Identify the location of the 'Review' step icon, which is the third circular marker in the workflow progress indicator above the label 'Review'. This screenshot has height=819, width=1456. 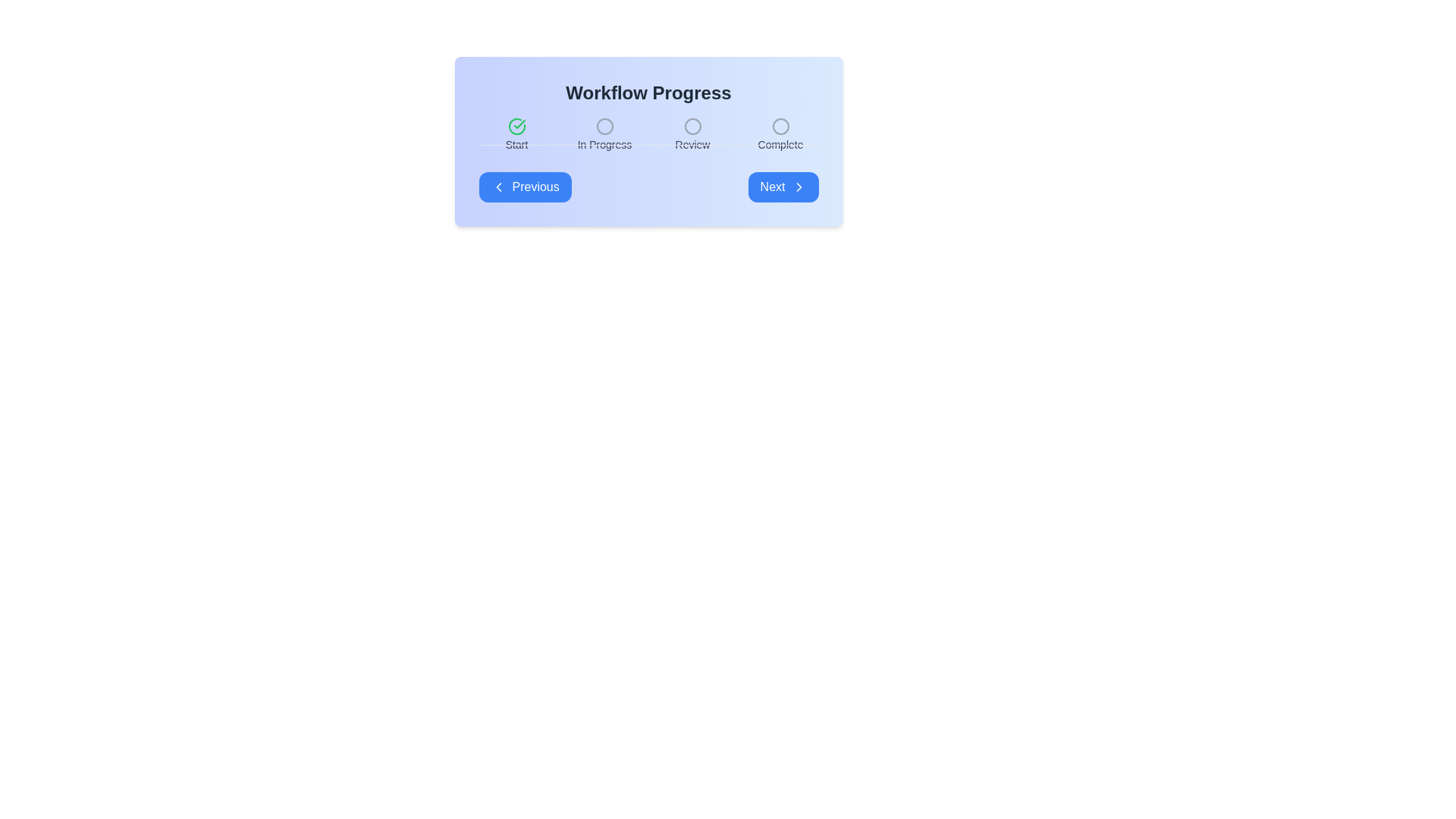
(692, 125).